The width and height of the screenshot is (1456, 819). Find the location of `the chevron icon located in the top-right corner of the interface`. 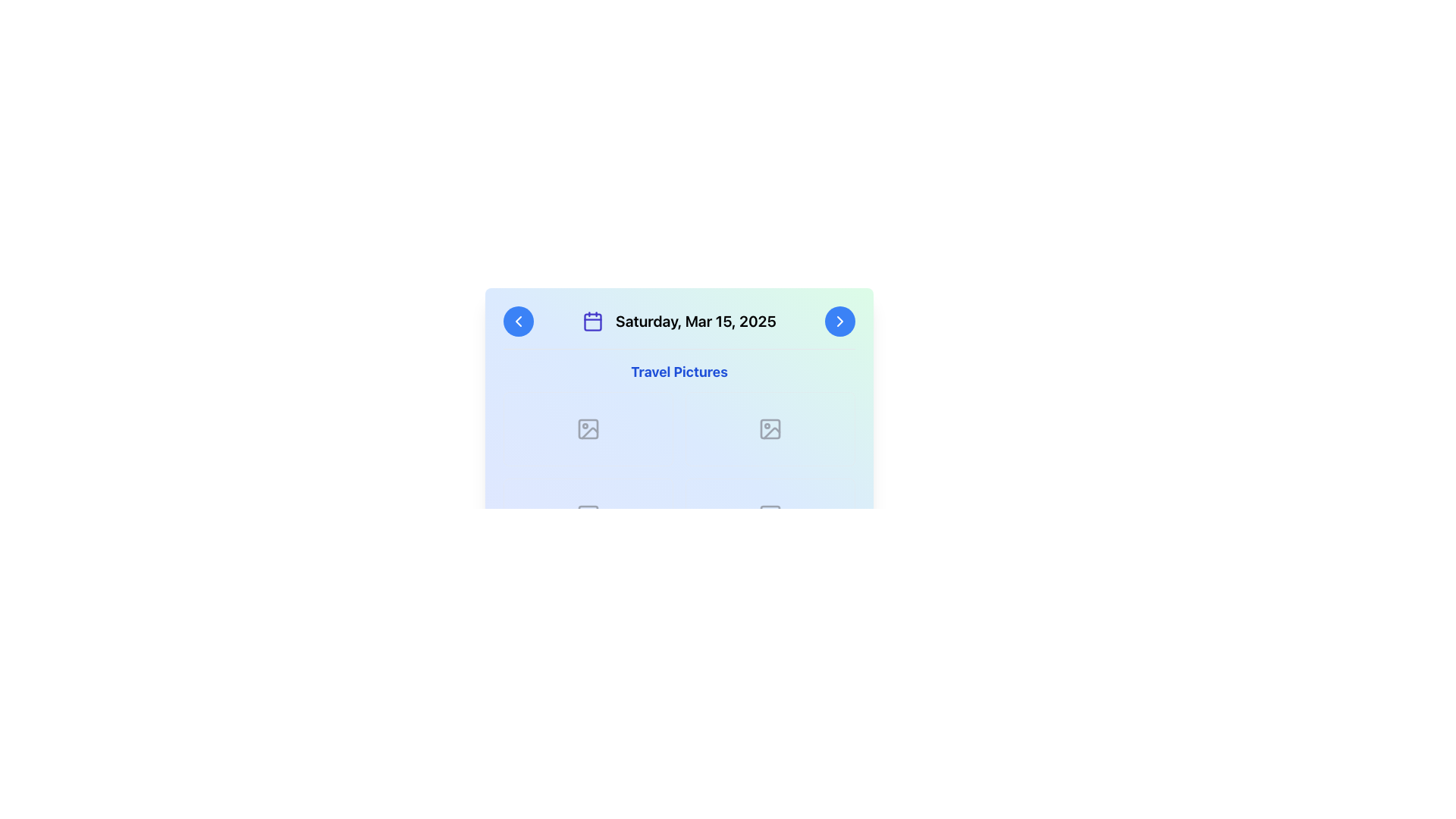

the chevron icon located in the top-right corner of the interface is located at coordinates (839, 321).